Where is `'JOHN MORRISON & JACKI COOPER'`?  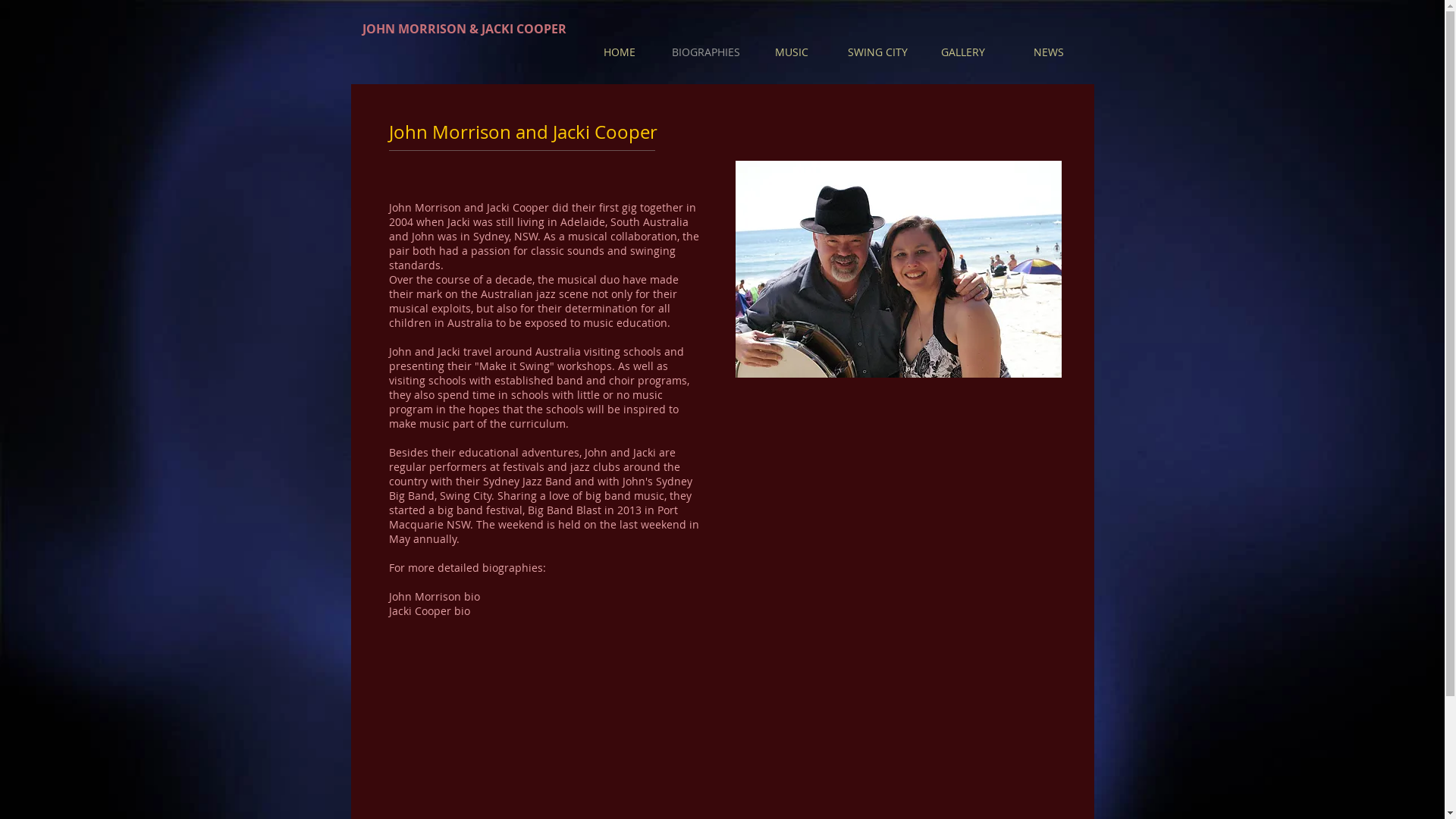
'JOHN MORRISON & JACKI COOPER' is located at coordinates (463, 29).